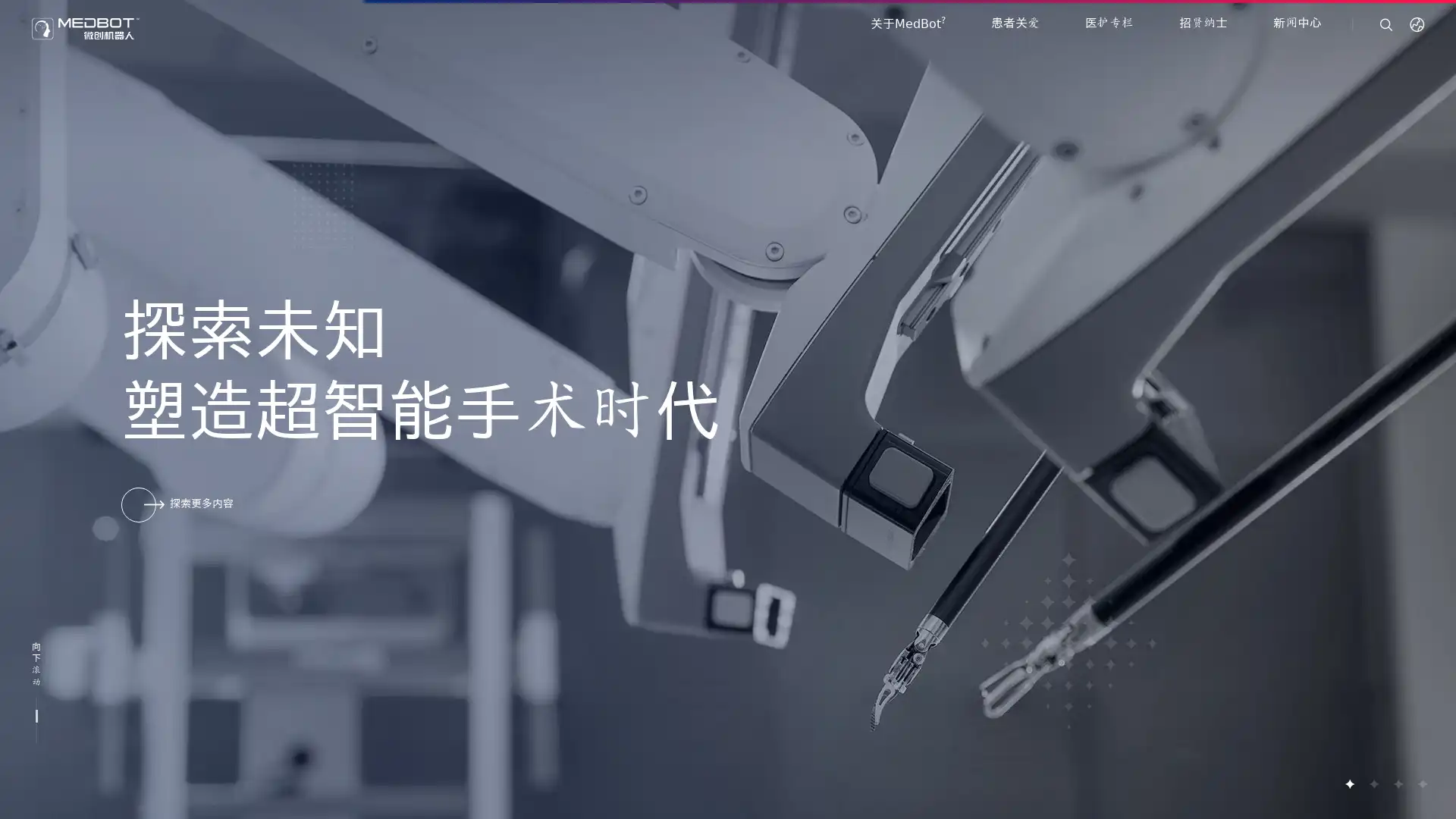 This screenshot has height=819, width=1456. I want to click on Go to slide 2, so click(1373, 783).